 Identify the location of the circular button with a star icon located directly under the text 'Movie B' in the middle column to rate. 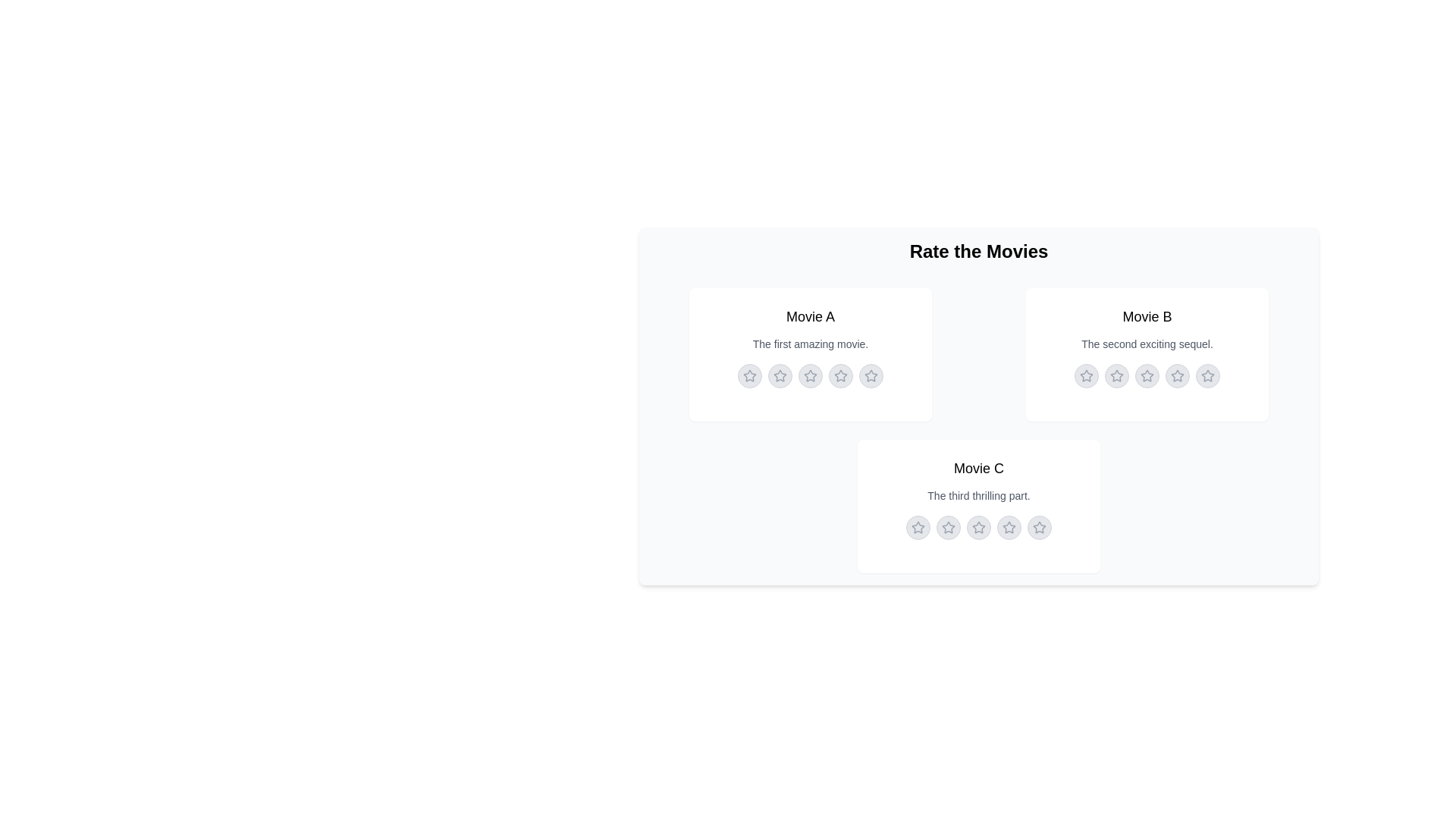
(1086, 375).